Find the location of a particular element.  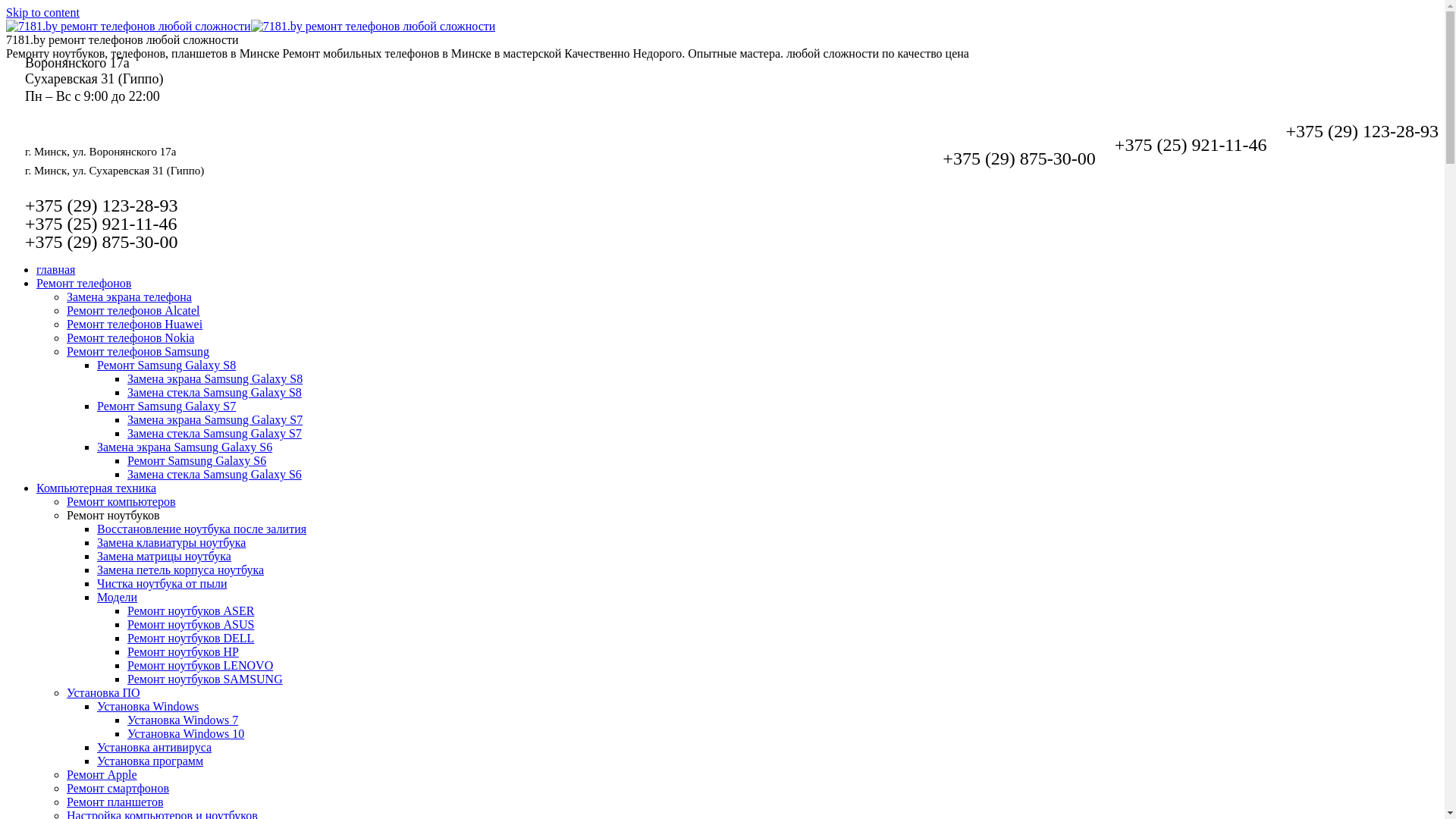

'+375 (29) 875-30-00' is located at coordinates (1019, 158).